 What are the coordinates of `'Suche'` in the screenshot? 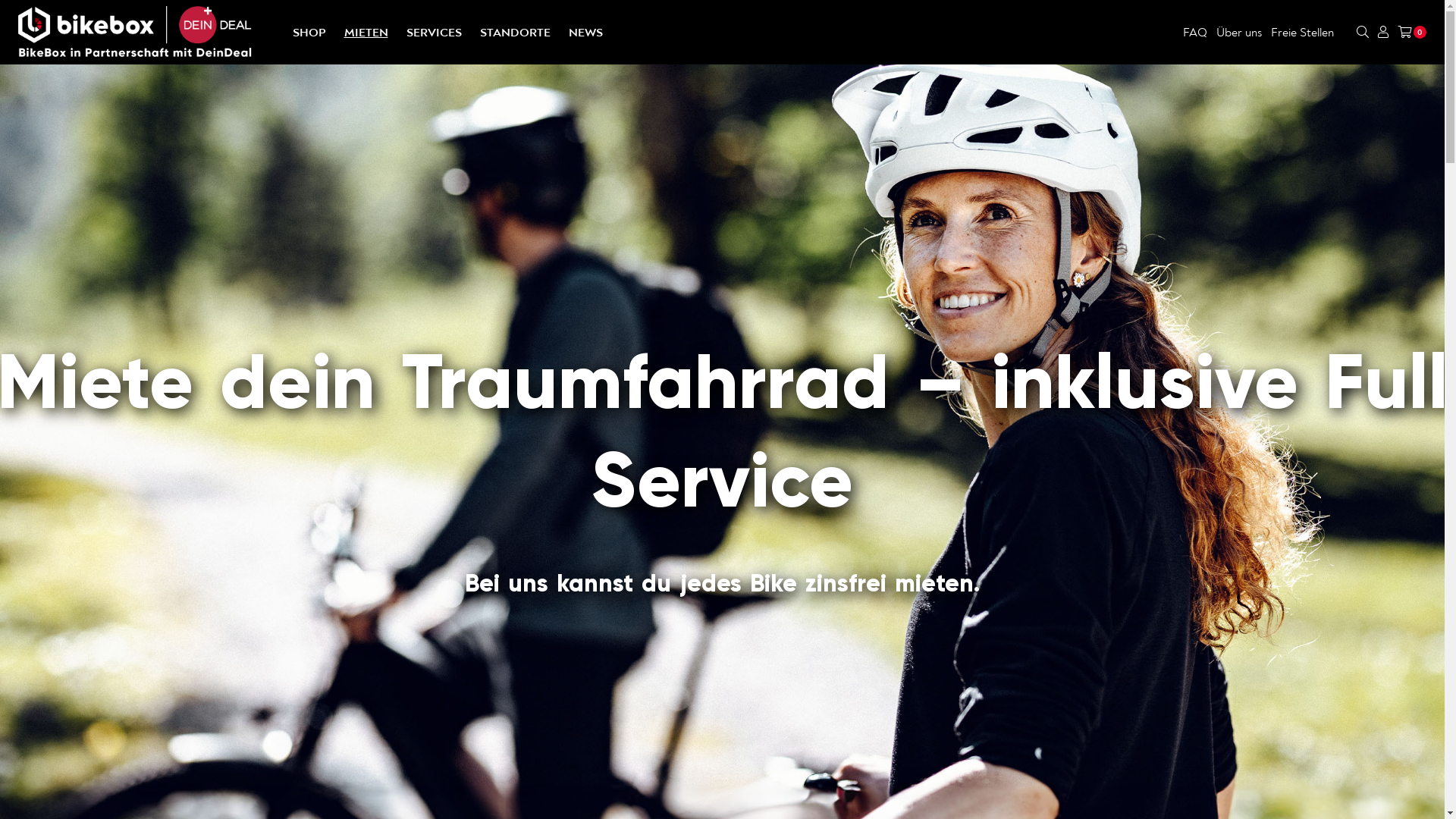 It's located at (1357, 32).